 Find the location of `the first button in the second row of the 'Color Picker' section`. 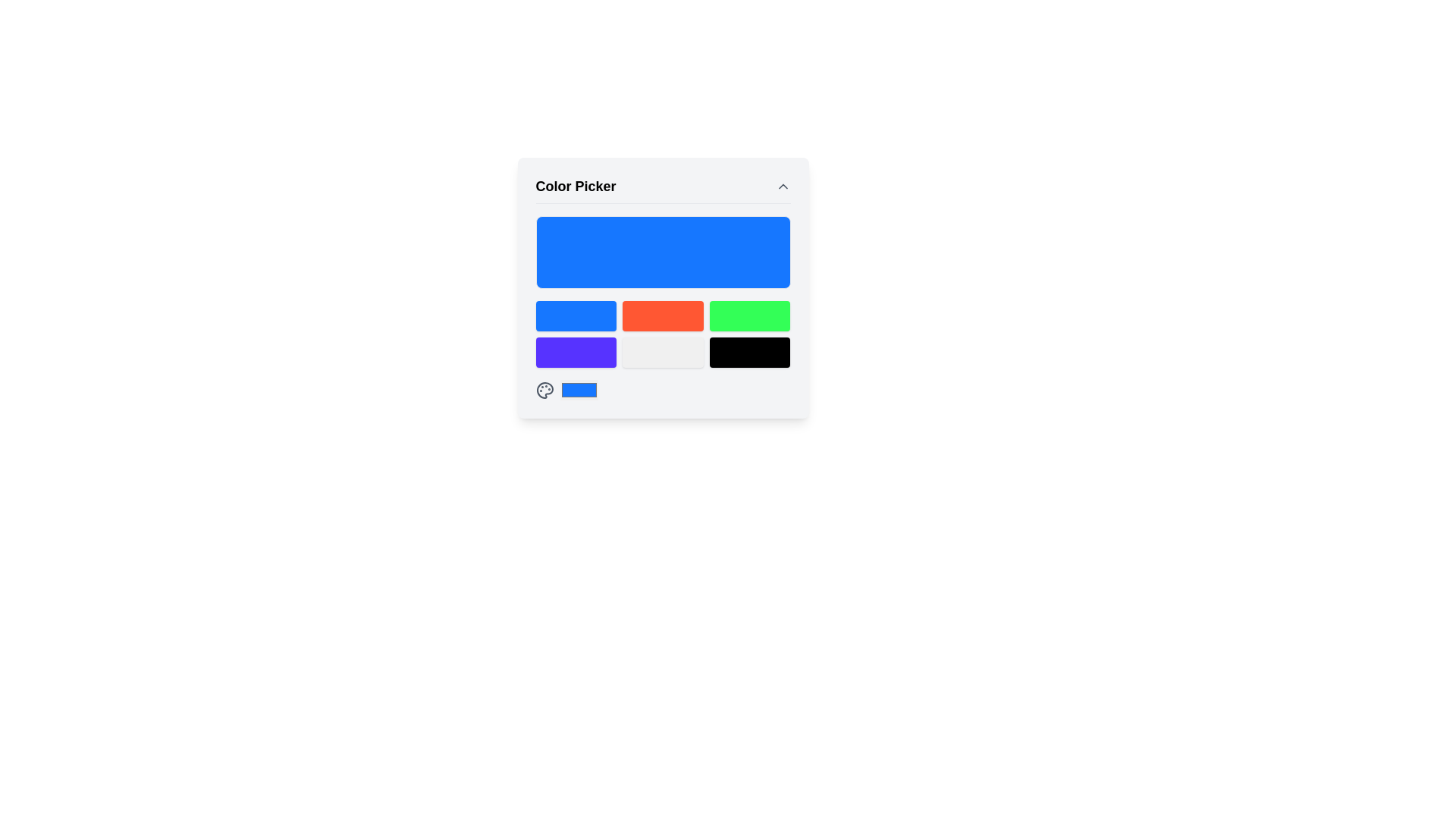

the first button in the second row of the 'Color Picker' section is located at coordinates (575, 353).